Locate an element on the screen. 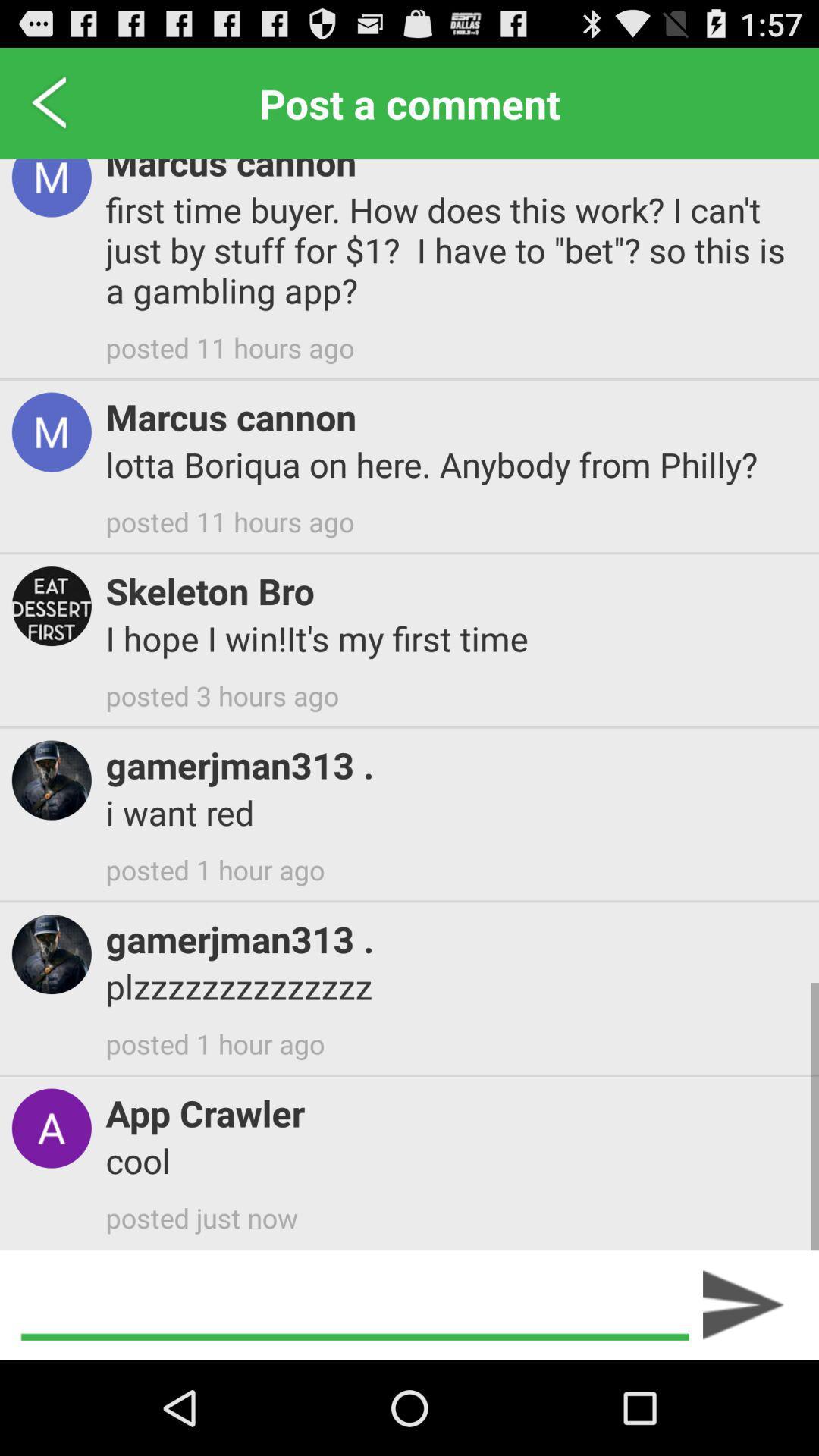 This screenshot has width=819, height=1456. the icon at the bottom right corner is located at coordinates (743, 1304).